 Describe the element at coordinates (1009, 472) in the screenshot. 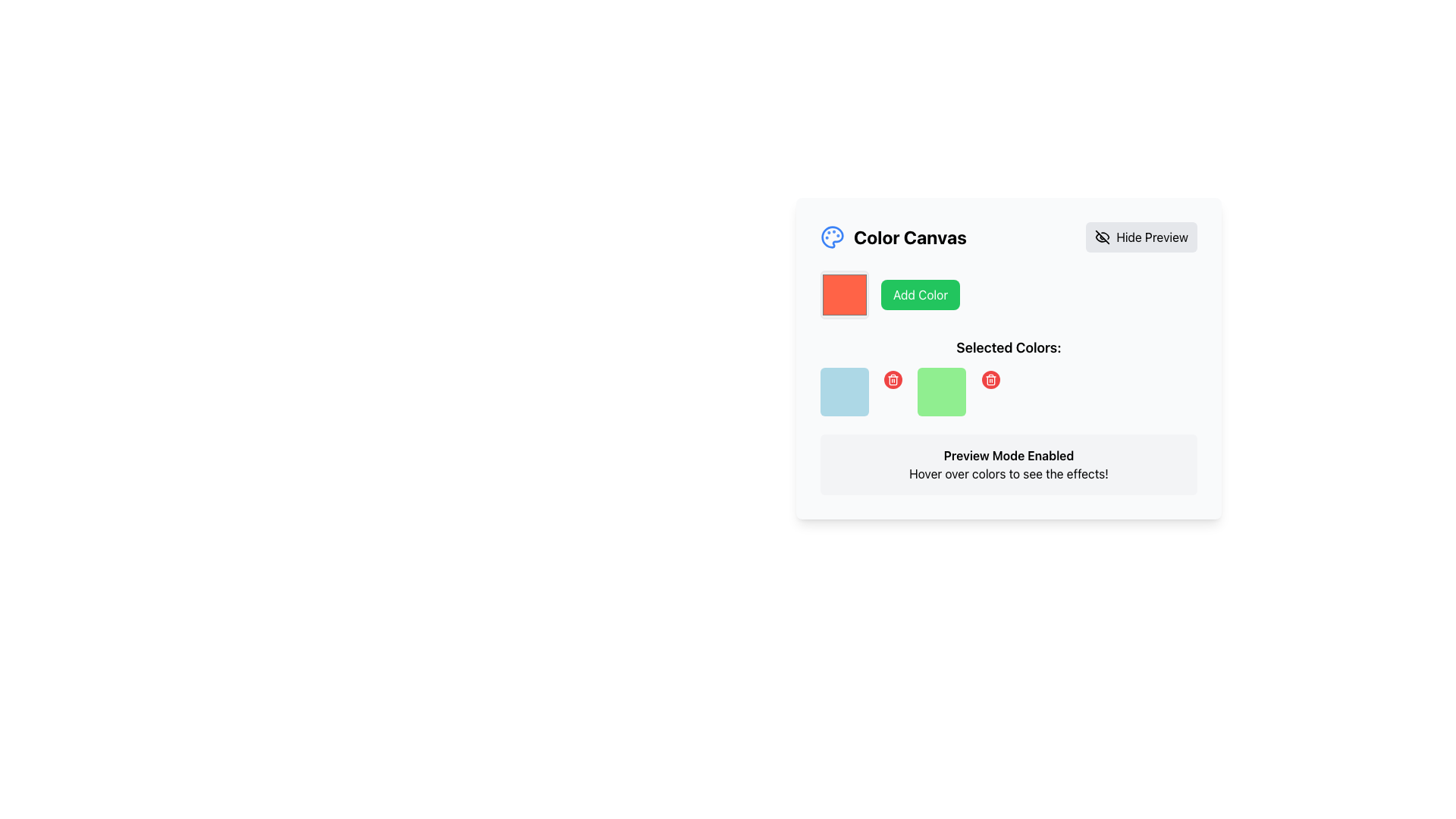

I see `the instructional text label located in the footer of the 'Color Canvas' panel, positioned directly below 'Preview Mode Enabled'` at that location.